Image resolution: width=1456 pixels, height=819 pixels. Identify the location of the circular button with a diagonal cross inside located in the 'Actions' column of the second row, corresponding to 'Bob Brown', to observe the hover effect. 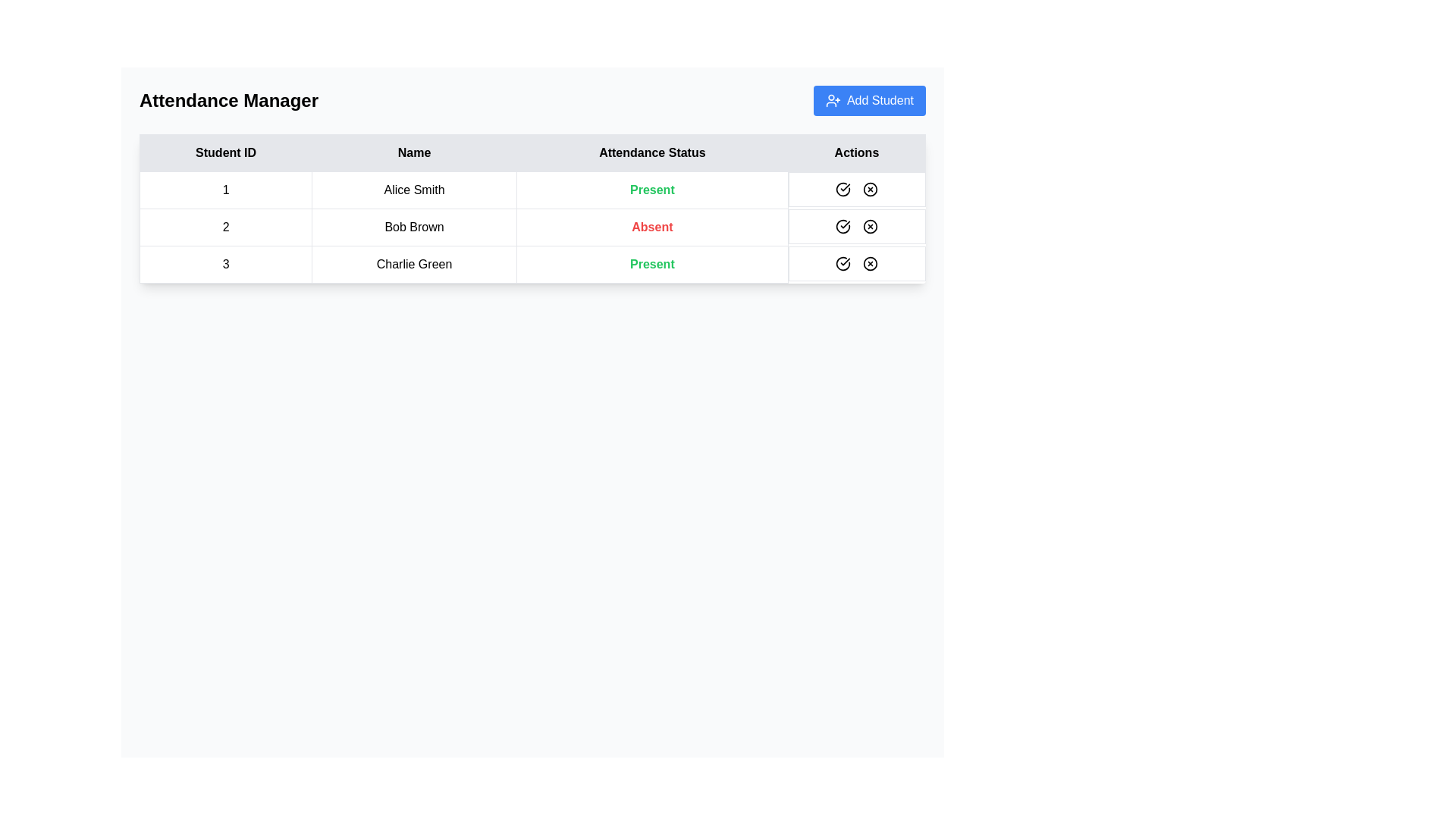
(871, 226).